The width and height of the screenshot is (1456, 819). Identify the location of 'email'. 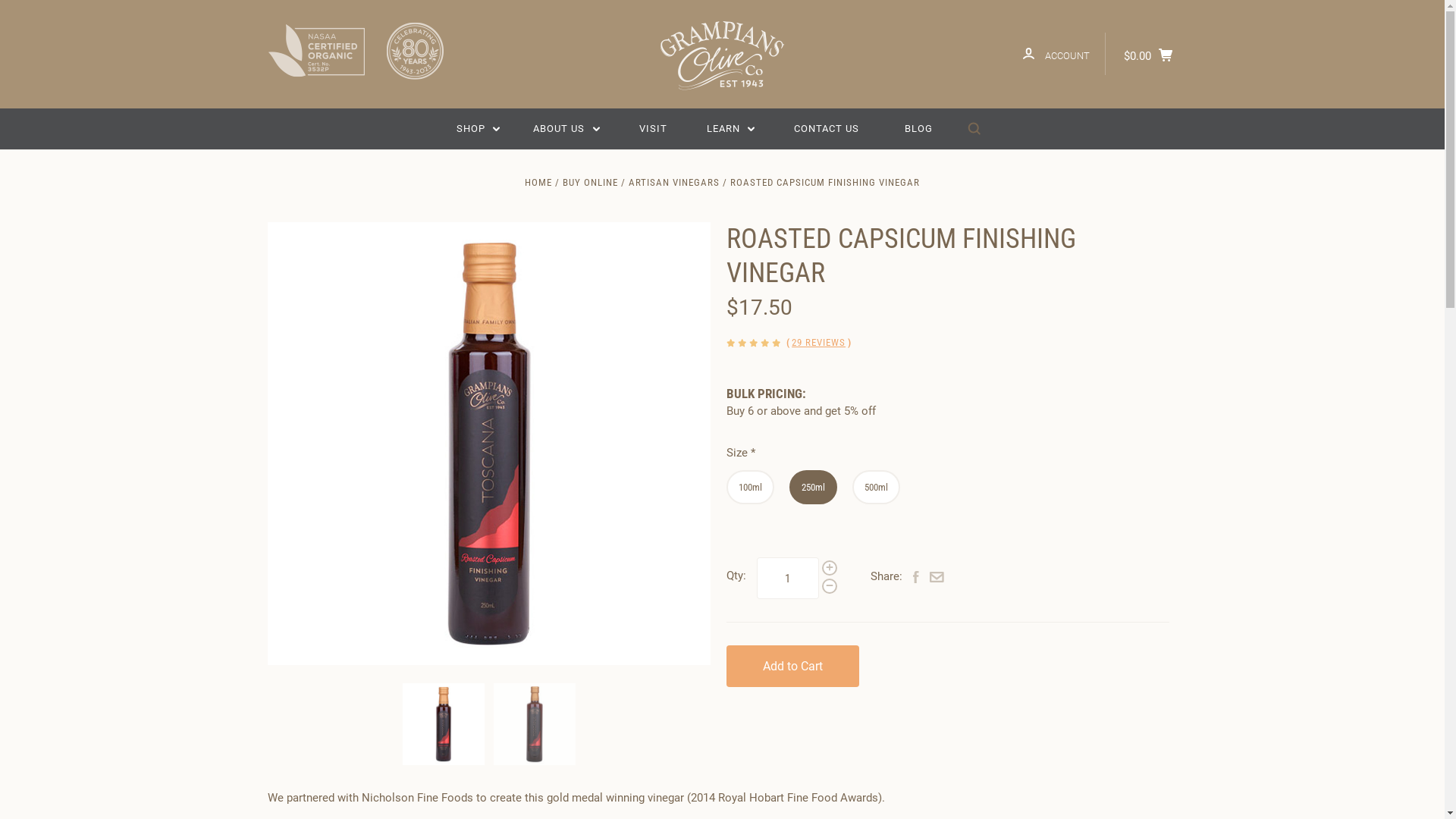
(928, 579).